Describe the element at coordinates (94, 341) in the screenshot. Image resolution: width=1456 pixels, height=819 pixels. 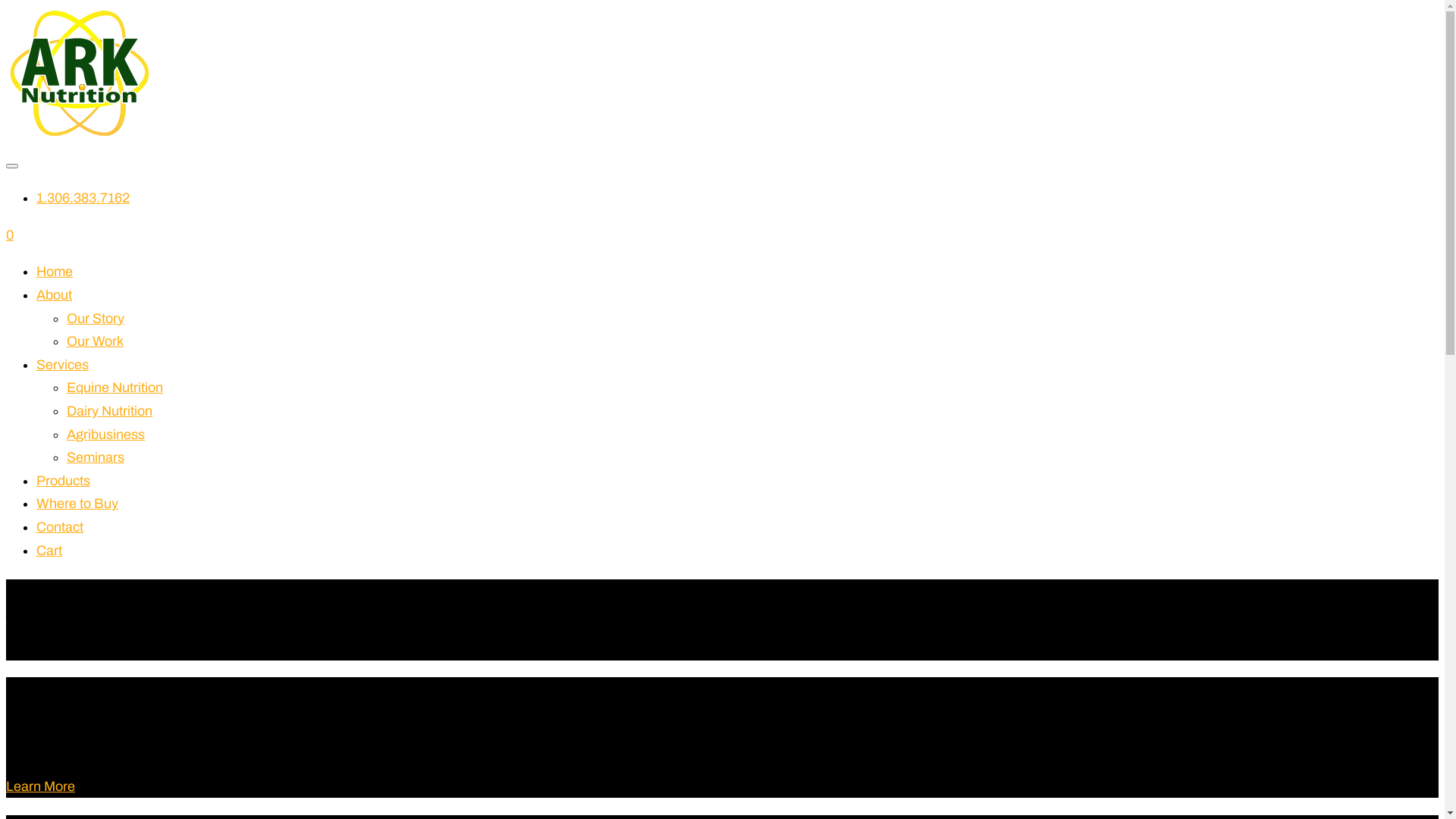
I see `'Our Work'` at that location.